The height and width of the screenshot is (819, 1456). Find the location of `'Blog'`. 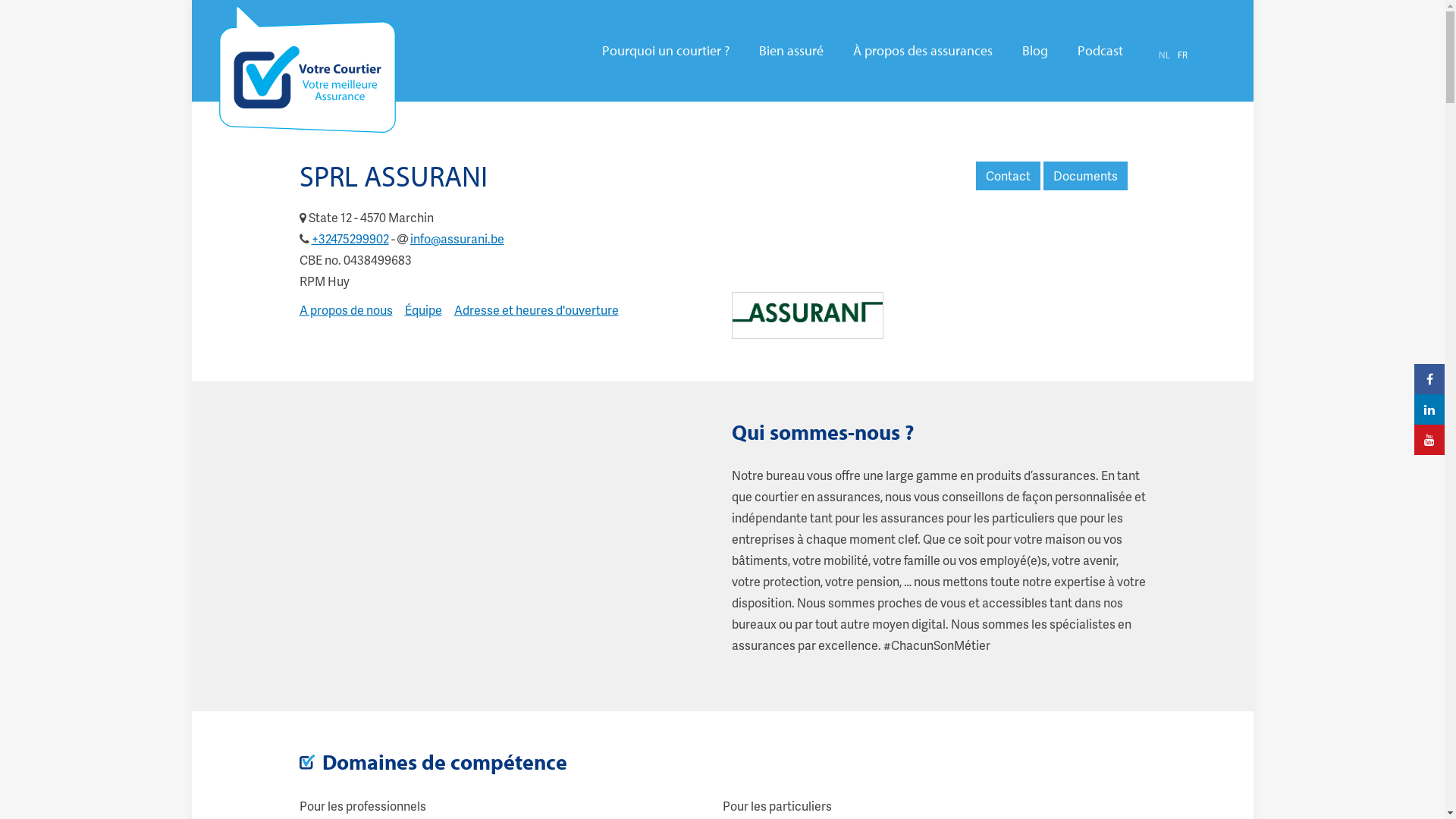

'Blog' is located at coordinates (1034, 49).